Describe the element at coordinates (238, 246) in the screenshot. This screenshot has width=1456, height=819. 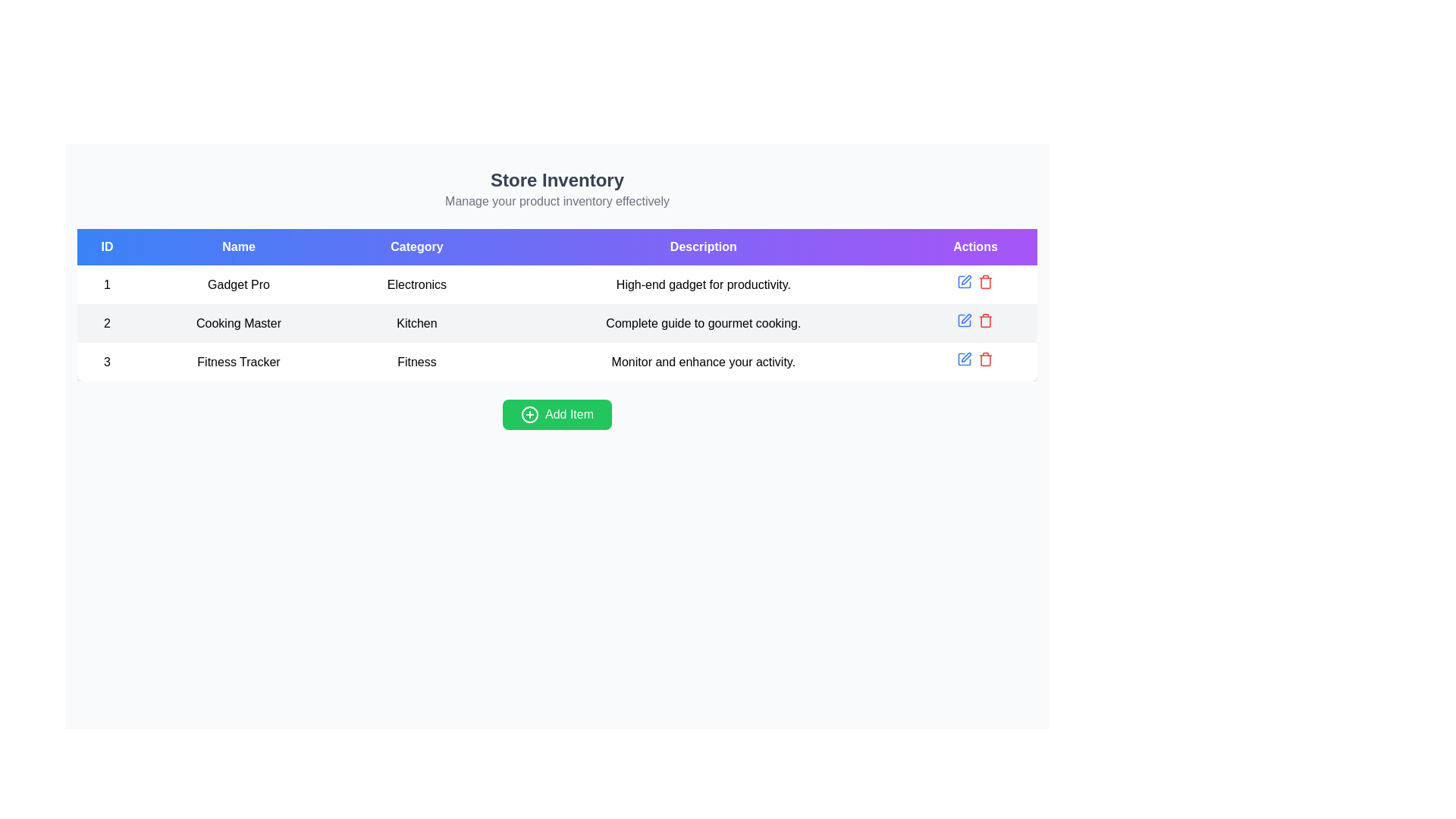
I see `the 'Name' text label, which has a gradient blue background and white text, located in the header row of the table` at that location.